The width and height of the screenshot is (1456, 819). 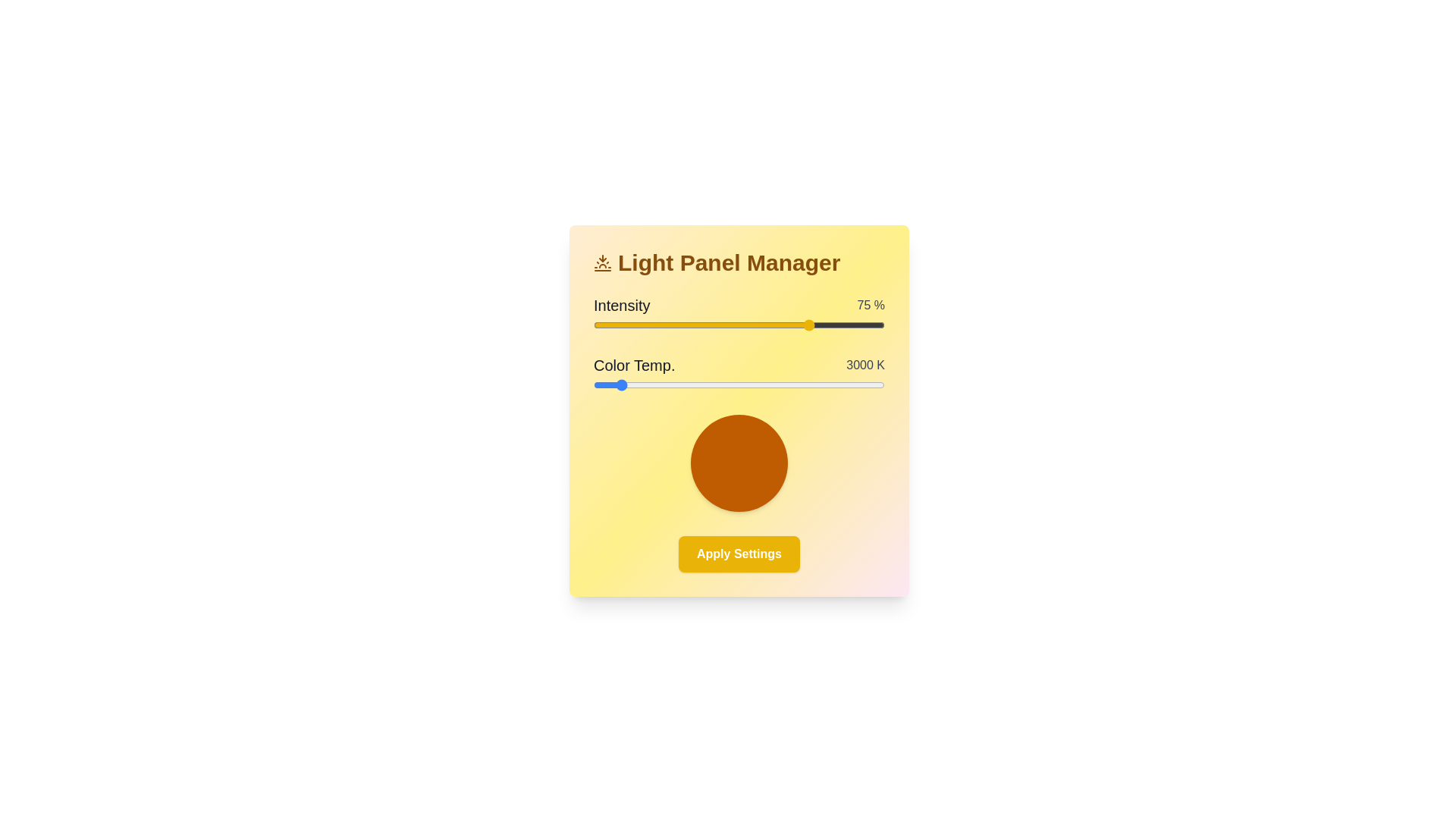 I want to click on the color temperature slider to 4461 K, so click(x=728, y=384).